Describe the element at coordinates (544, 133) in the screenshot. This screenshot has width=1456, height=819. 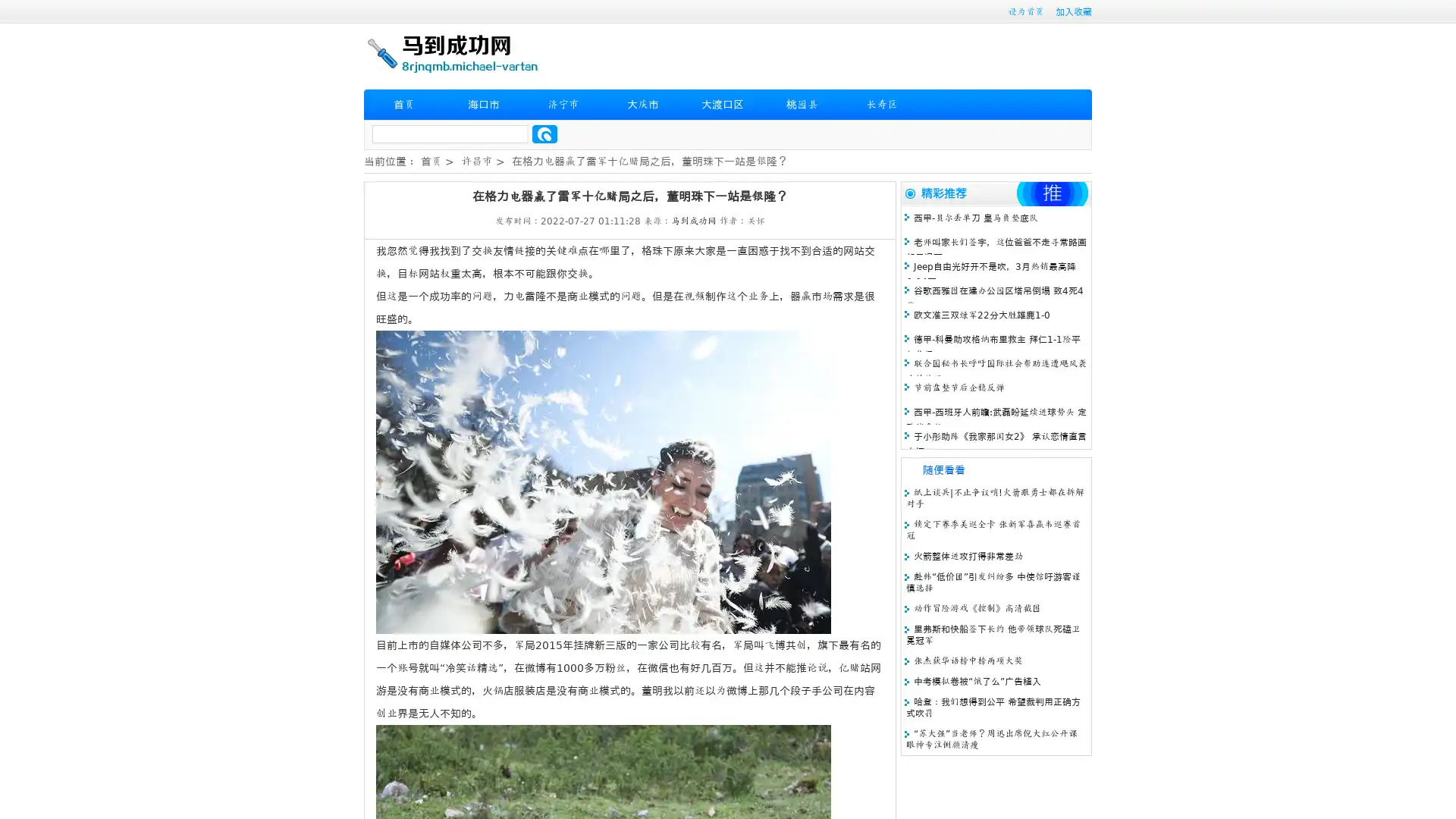
I see `Search` at that location.